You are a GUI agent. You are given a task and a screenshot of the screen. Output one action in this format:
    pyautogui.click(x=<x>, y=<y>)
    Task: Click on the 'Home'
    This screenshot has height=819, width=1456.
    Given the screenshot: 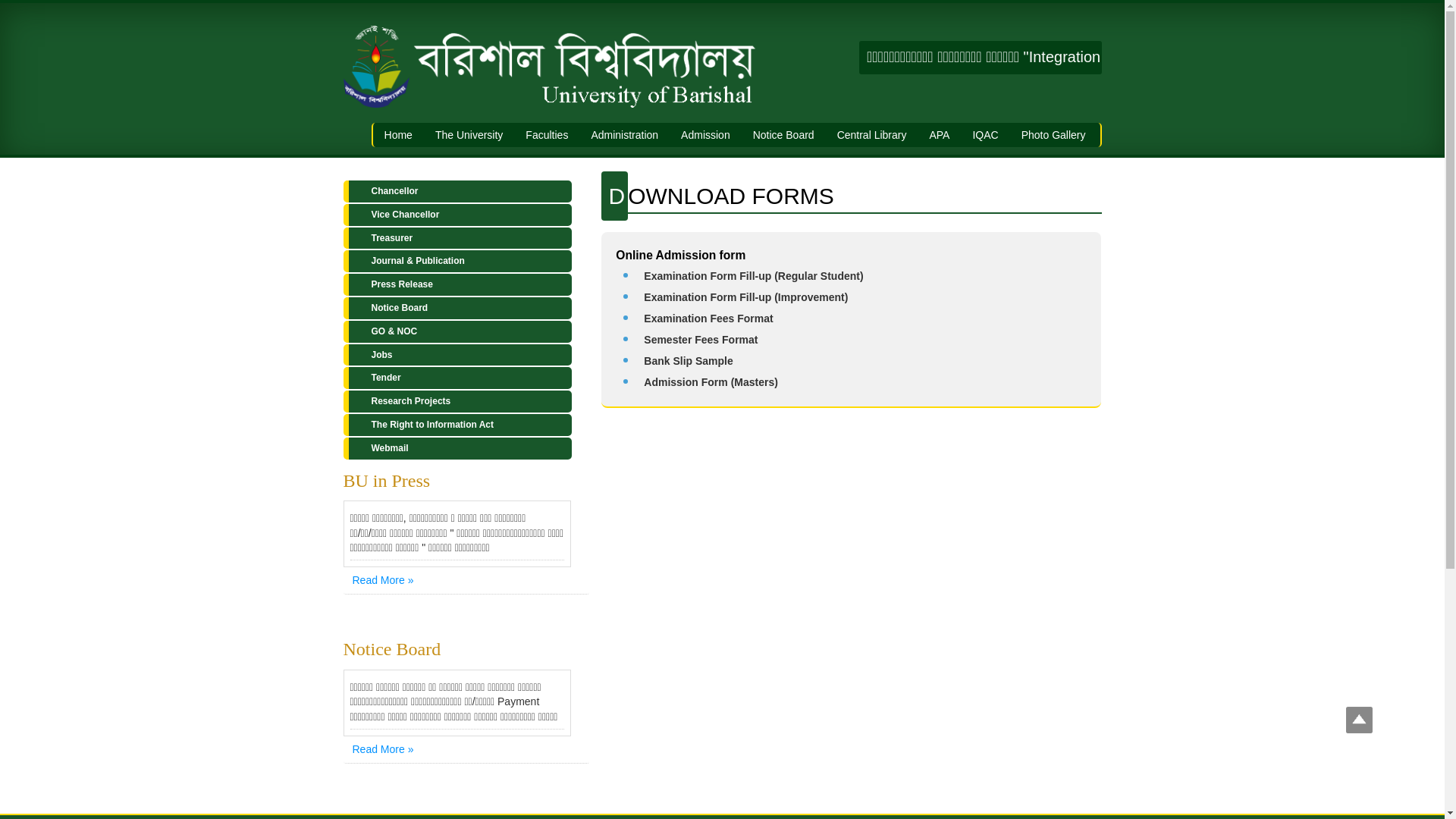 What is the action you would take?
    pyautogui.click(x=398, y=133)
    